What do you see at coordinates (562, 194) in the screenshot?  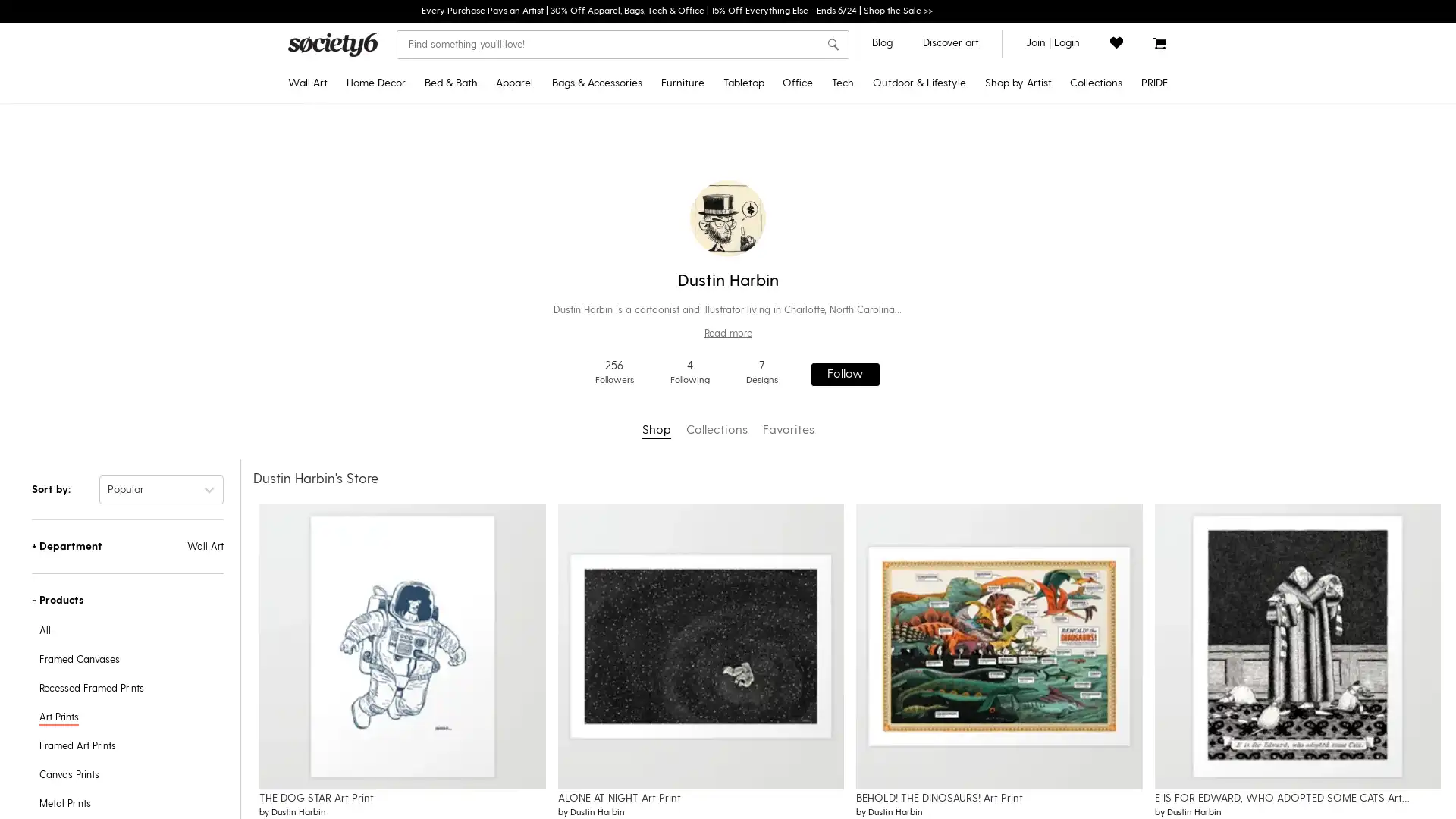 I see `Long Sleeve T-Shirts` at bounding box center [562, 194].